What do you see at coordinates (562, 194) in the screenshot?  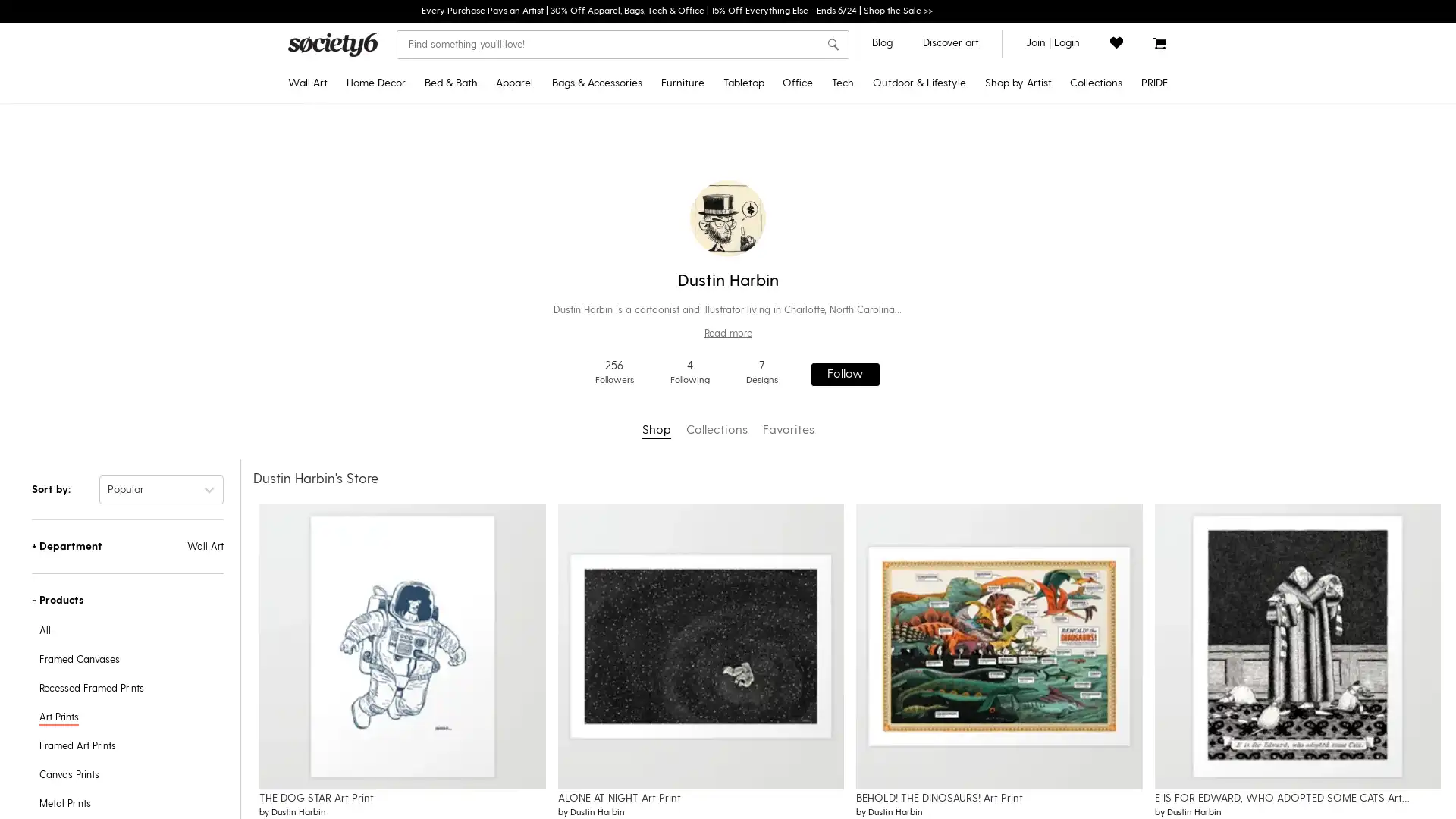 I see `Long Sleeve T-Shirts` at bounding box center [562, 194].